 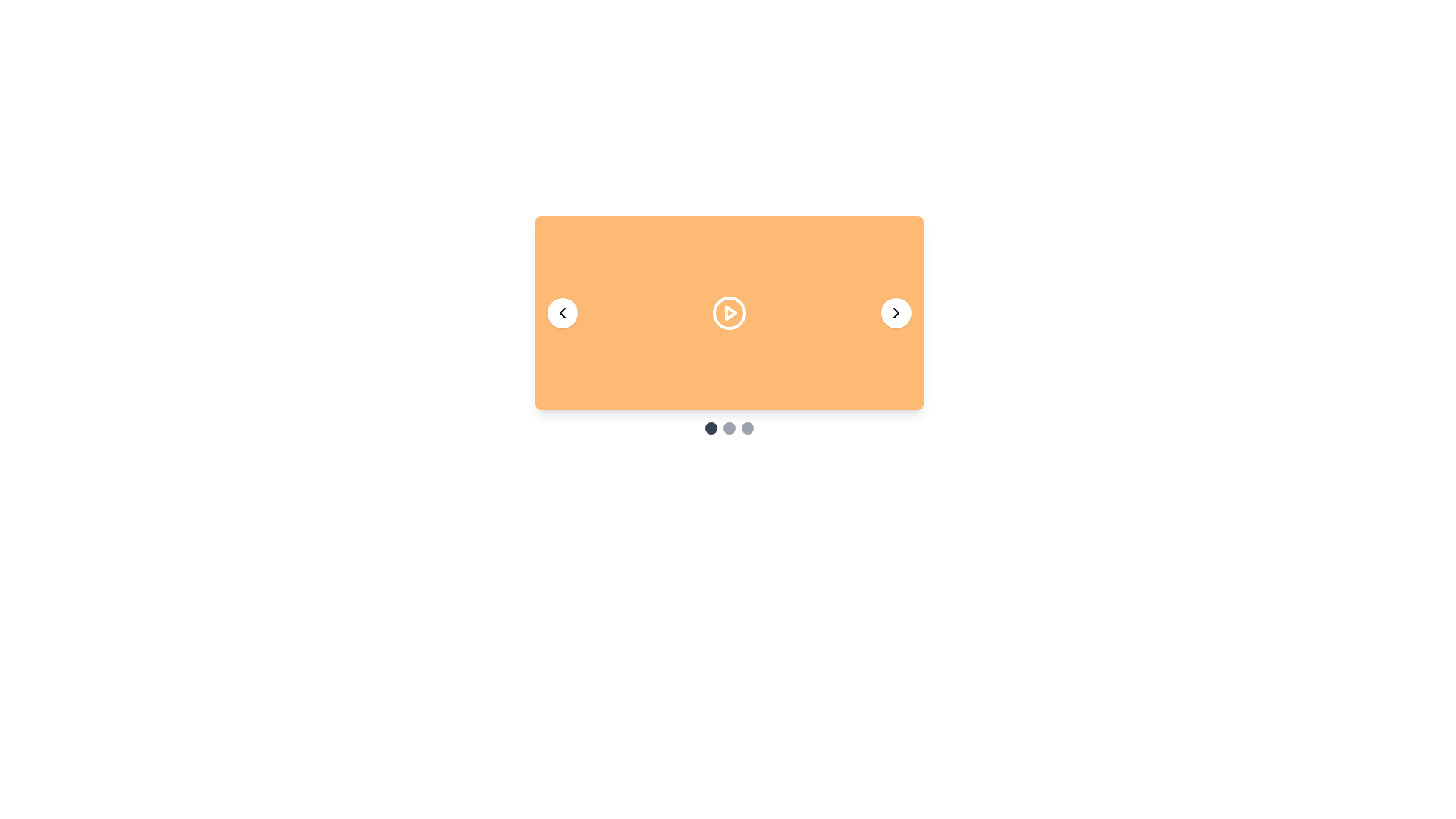 I want to click on the Chevron Left Icon, which is a left-pointing triangular arrow with a thin black stroke on a circular white background, located on the left side of an orange panel, so click(x=562, y=312).